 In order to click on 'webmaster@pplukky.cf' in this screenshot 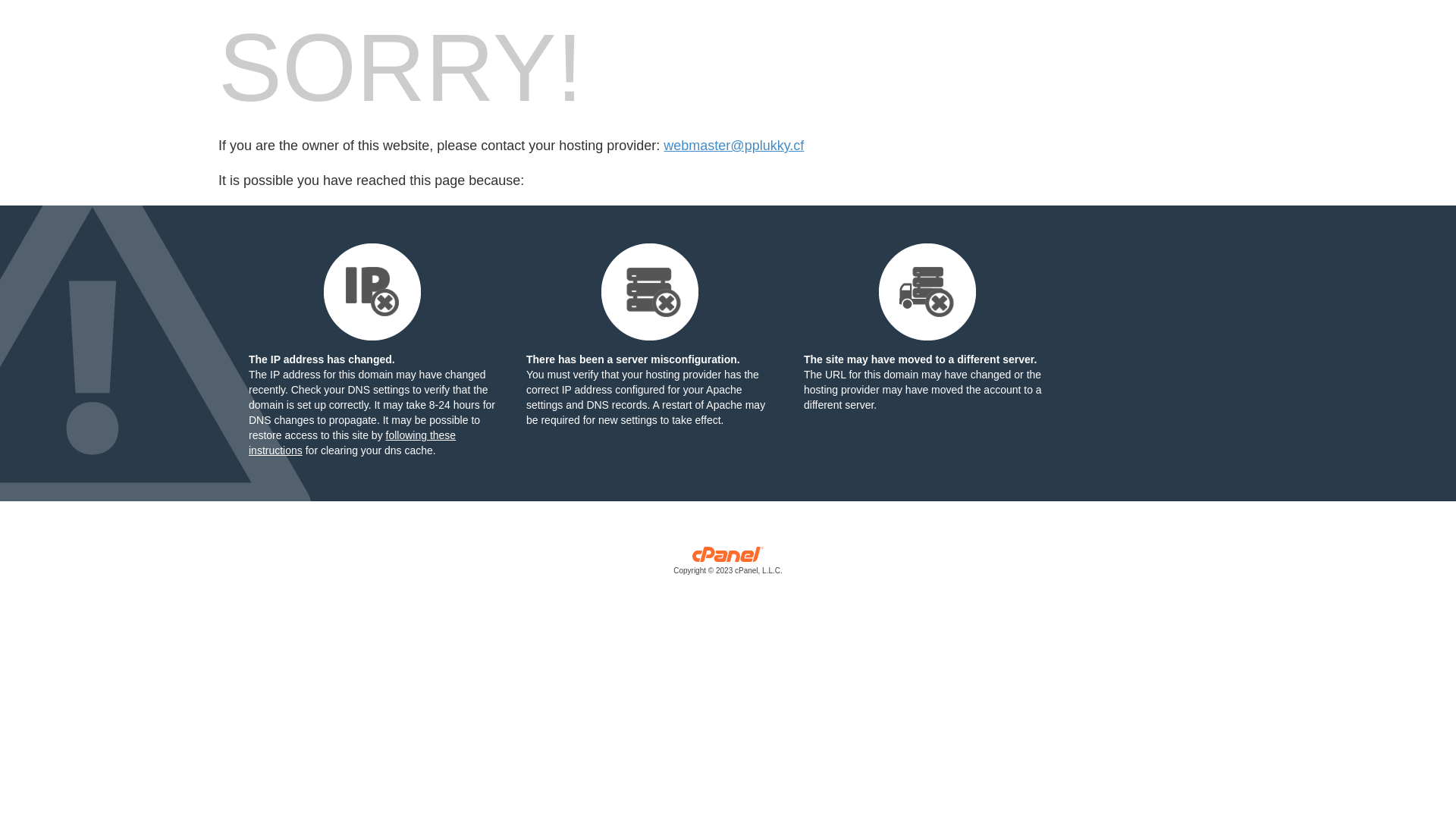, I will do `click(733, 146)`.